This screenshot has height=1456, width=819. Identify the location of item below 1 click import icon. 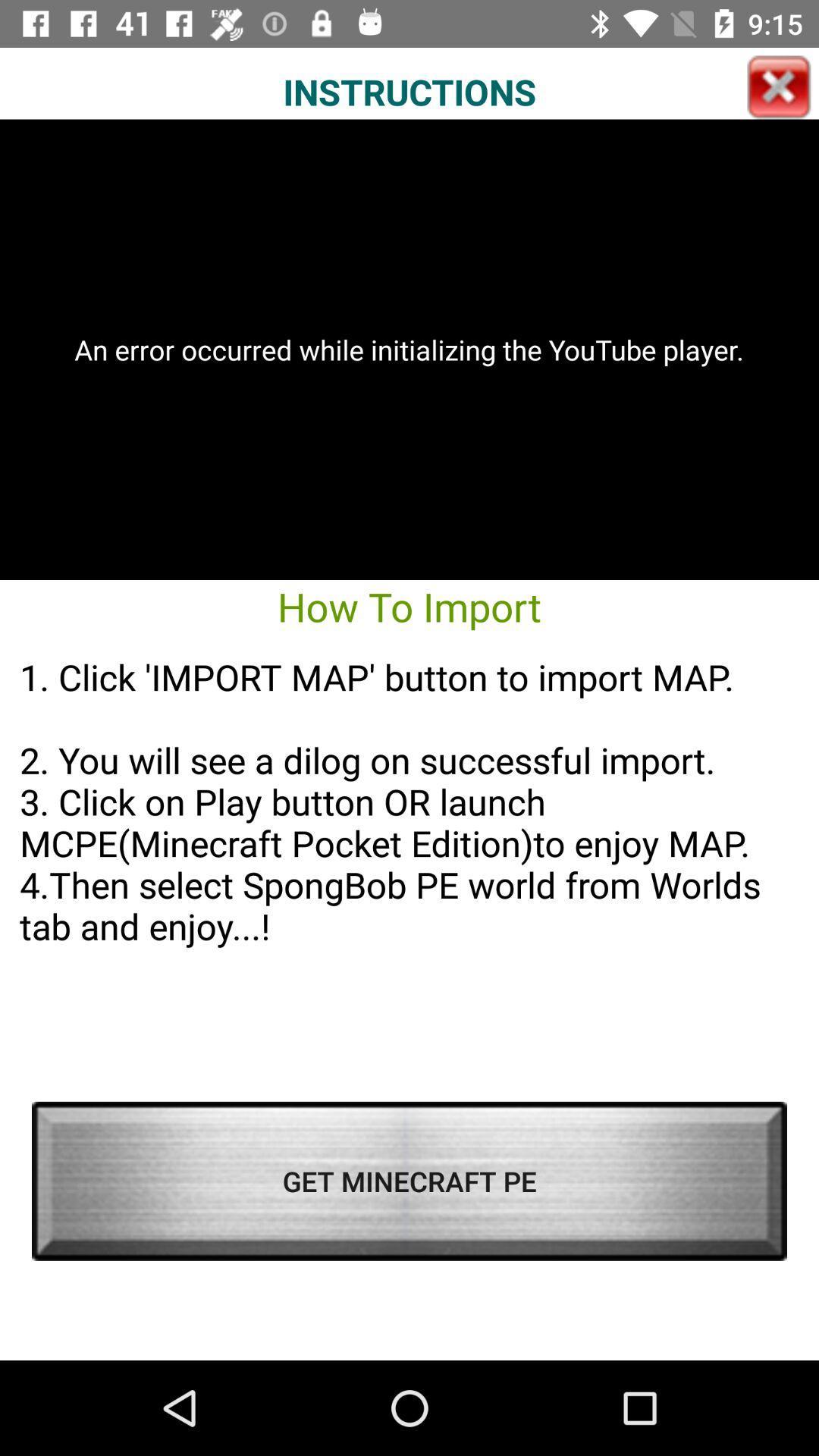
(409, 1180).